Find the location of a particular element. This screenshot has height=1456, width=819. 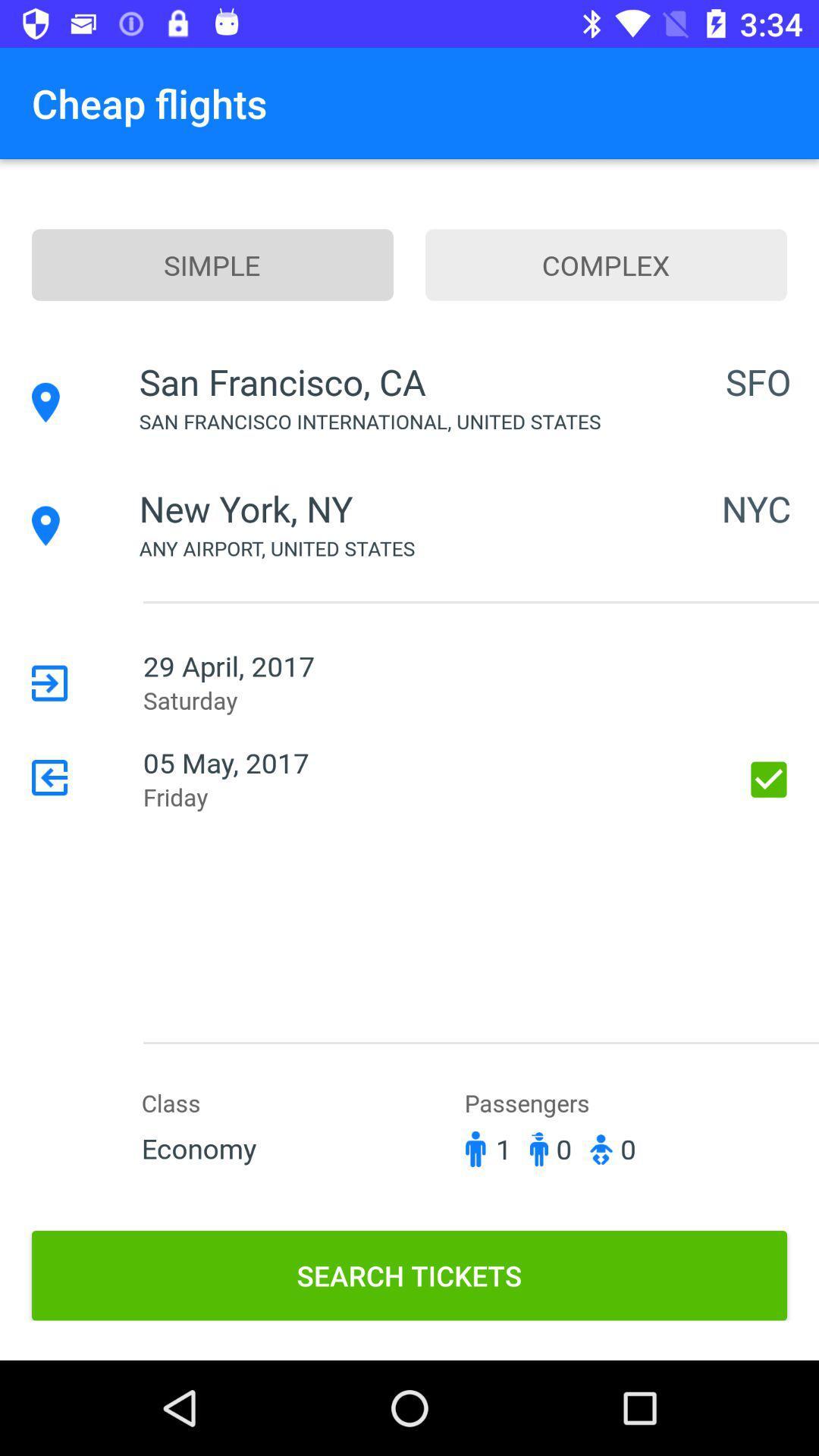

the search tickets item is located at coordinates (409, 1275).